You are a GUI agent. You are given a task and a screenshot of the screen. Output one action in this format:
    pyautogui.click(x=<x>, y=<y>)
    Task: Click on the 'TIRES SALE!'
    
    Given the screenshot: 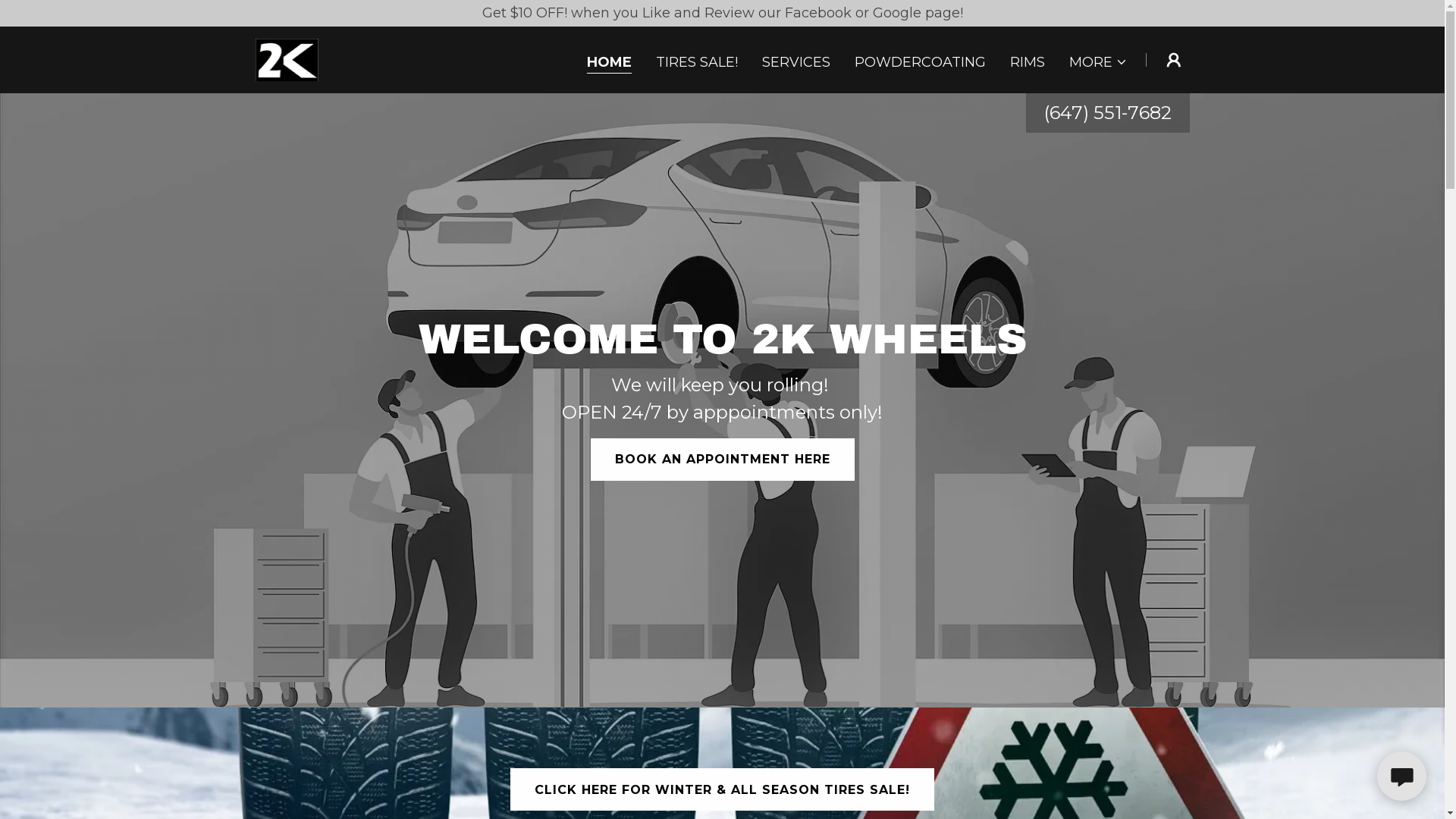 What is the action you would take?
    pyautogui.click(x=695, y=61)
    